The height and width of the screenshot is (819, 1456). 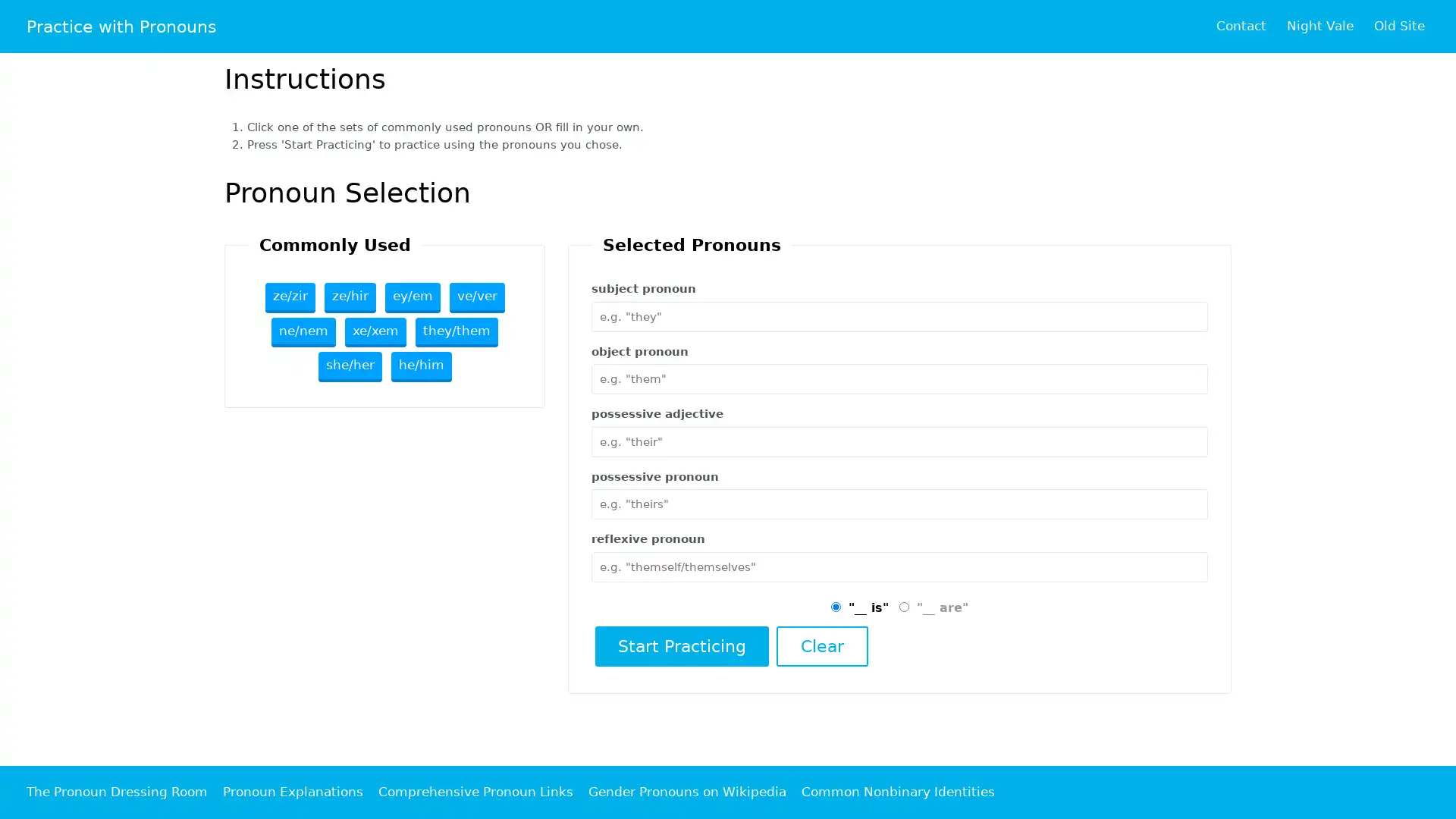 I want to click on ze/hir, so click(x=348, y=297).